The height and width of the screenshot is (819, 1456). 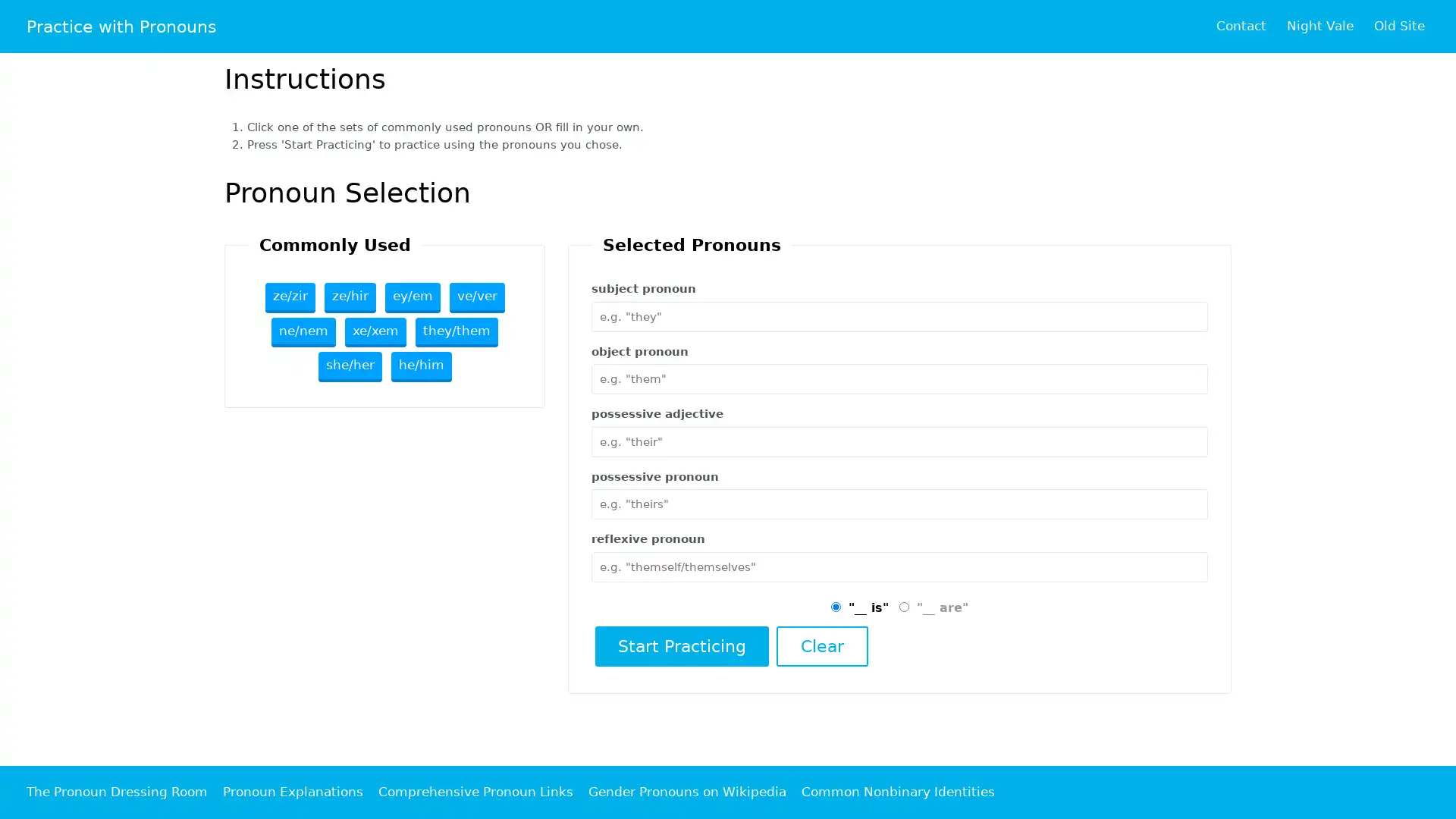 I want to click on ze/hir, so click(x=348, y=297).